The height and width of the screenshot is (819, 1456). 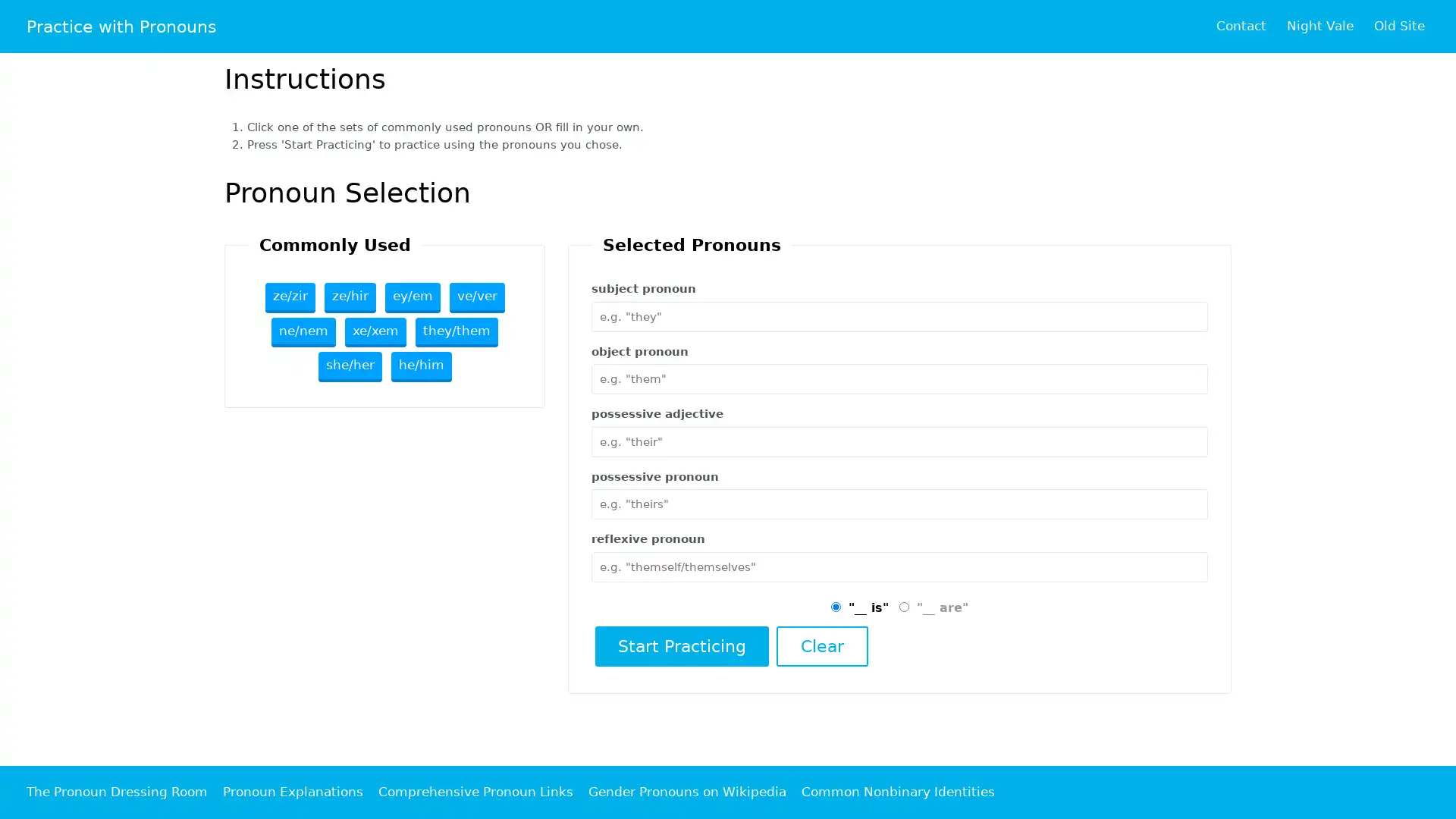 I want to click on ze/hir, so click(x=348, y=297).